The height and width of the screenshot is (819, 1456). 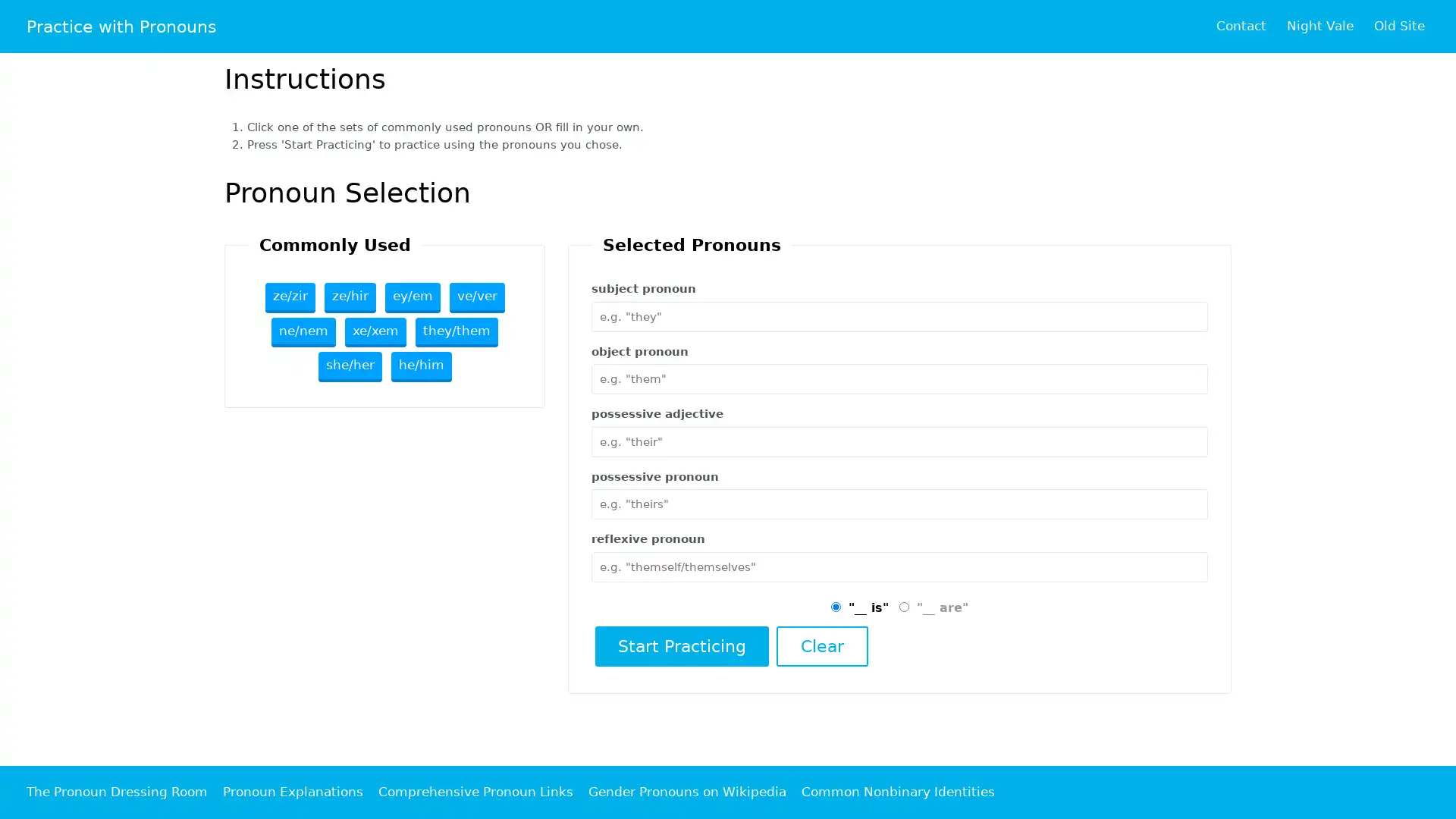 I want to click on ze/hir, so click(x=348, y=297).